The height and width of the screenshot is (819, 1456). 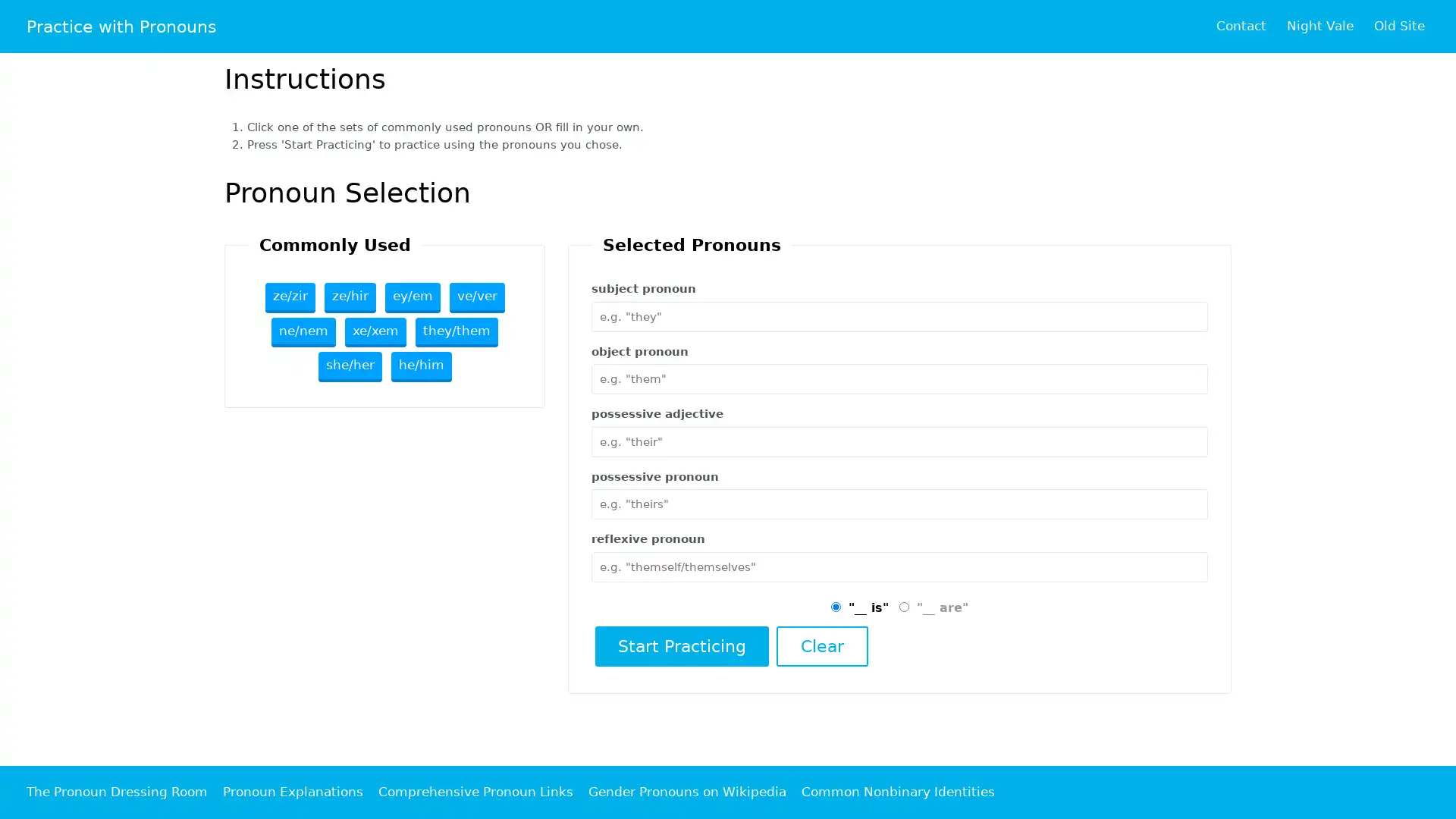 I want to click on ze/hir, so click(x=348, y=297).